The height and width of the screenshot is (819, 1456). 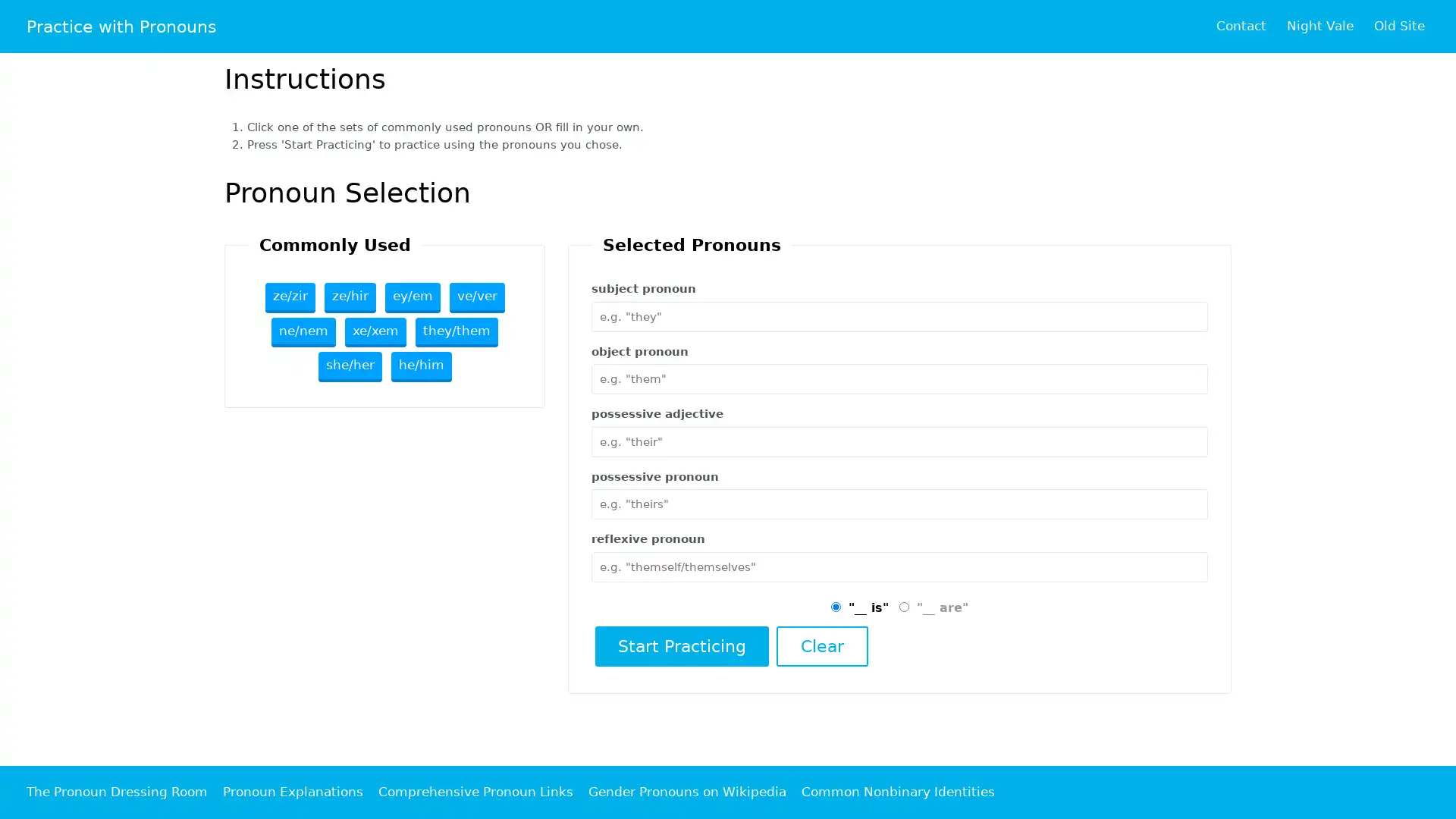 I want to click on ze/hir, so click(x=348, y=297).